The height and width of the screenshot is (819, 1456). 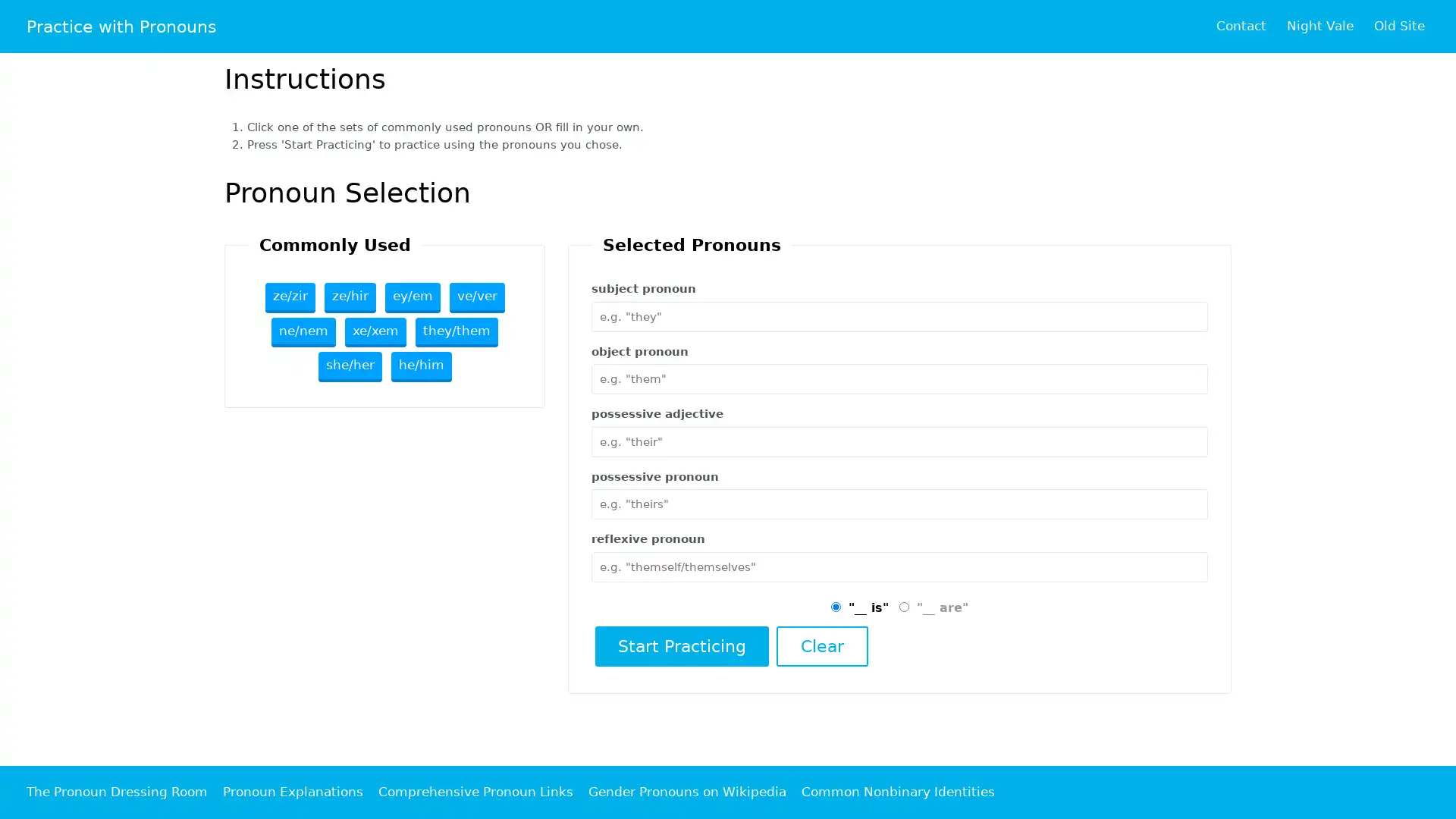 I want to click on ze/hir, so click(x=348, y=297).